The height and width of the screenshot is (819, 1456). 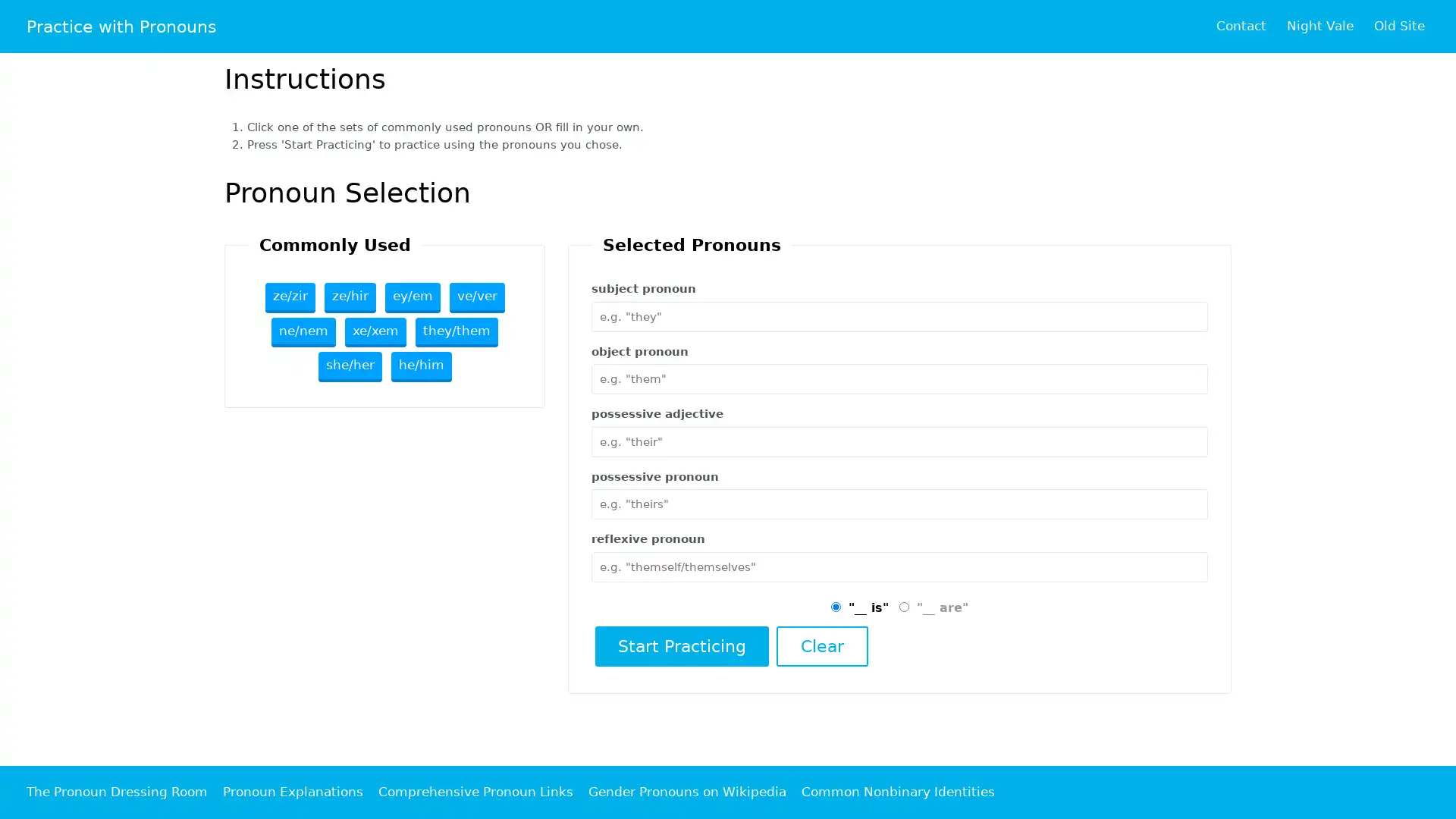 I want to click on ze/hir, so click(x=348, y=297).